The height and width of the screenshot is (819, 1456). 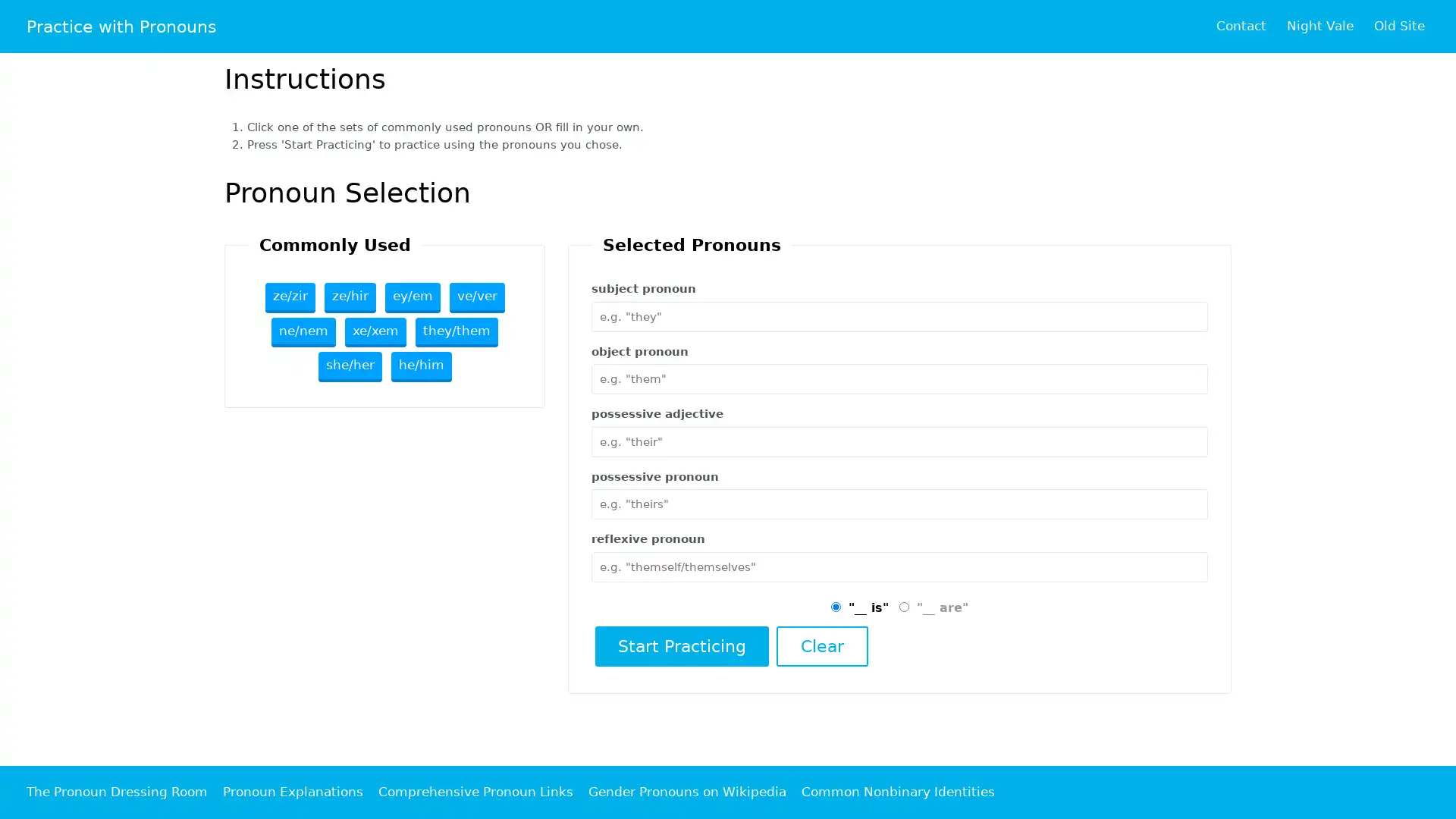 I want to click on ze/hir, so click(x=348, y=297).